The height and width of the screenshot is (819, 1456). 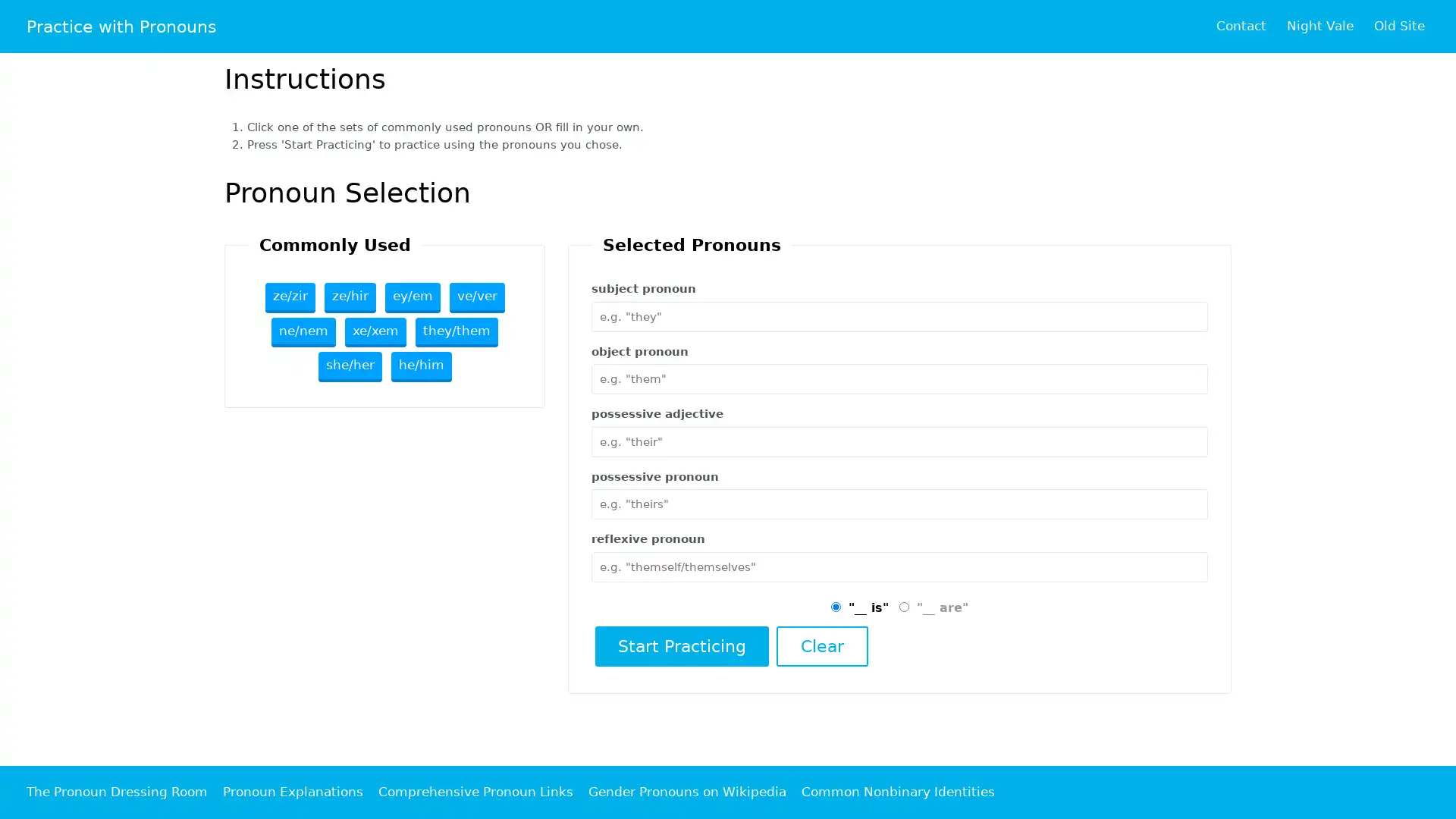 I want to click on ze/hir, so click(x=348, y=297).